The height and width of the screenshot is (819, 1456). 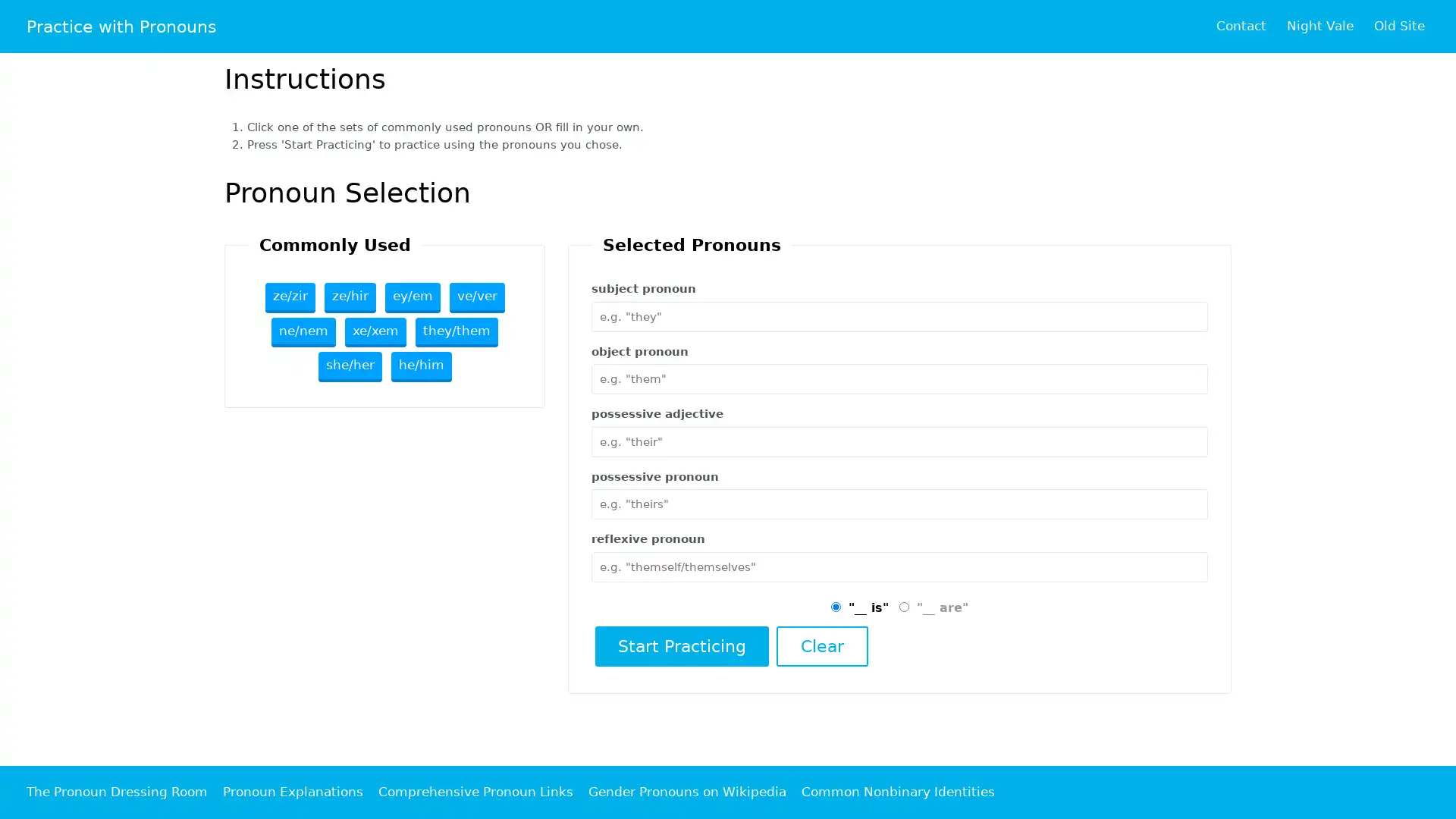 I want to click on ze/hir, so click(x=348, y=297).